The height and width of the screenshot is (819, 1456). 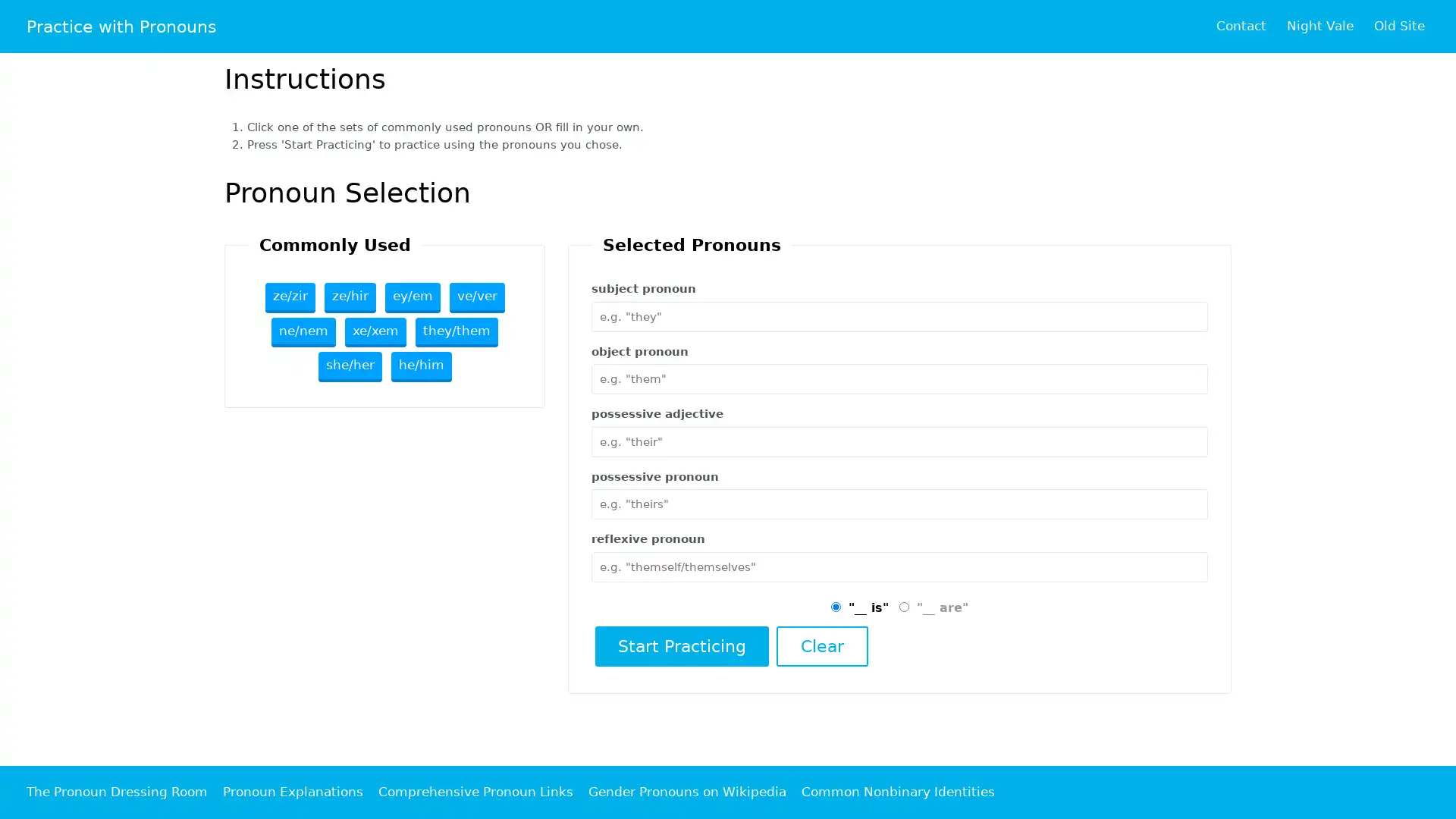 I want to click on ze/hir, so click(x=348, y=297).